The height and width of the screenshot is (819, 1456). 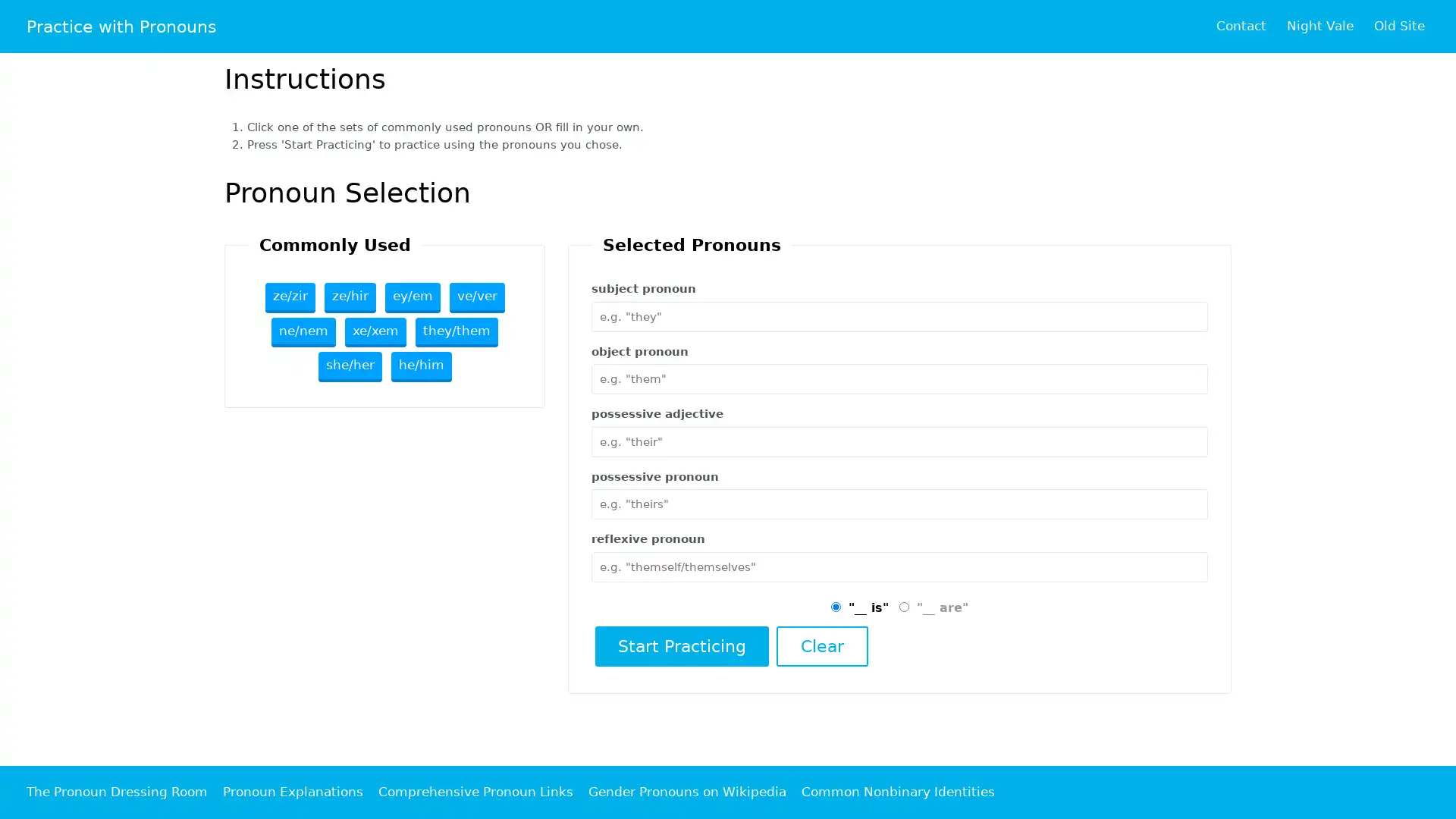 I want to click on ze/hir, so click(x=348, y=297).